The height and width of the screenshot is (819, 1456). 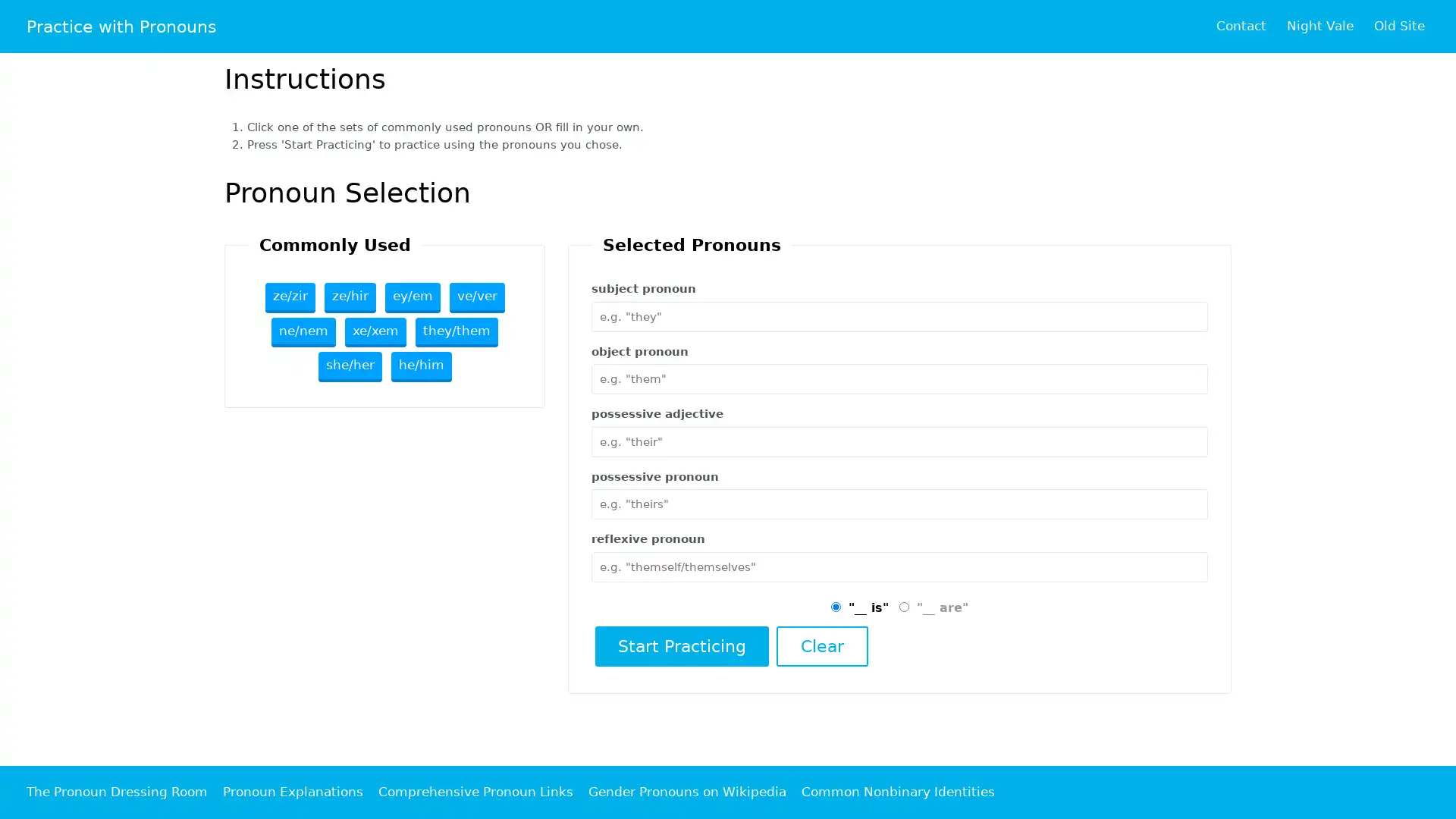 I want to click on ze/hir, so click(x=348, y=297).